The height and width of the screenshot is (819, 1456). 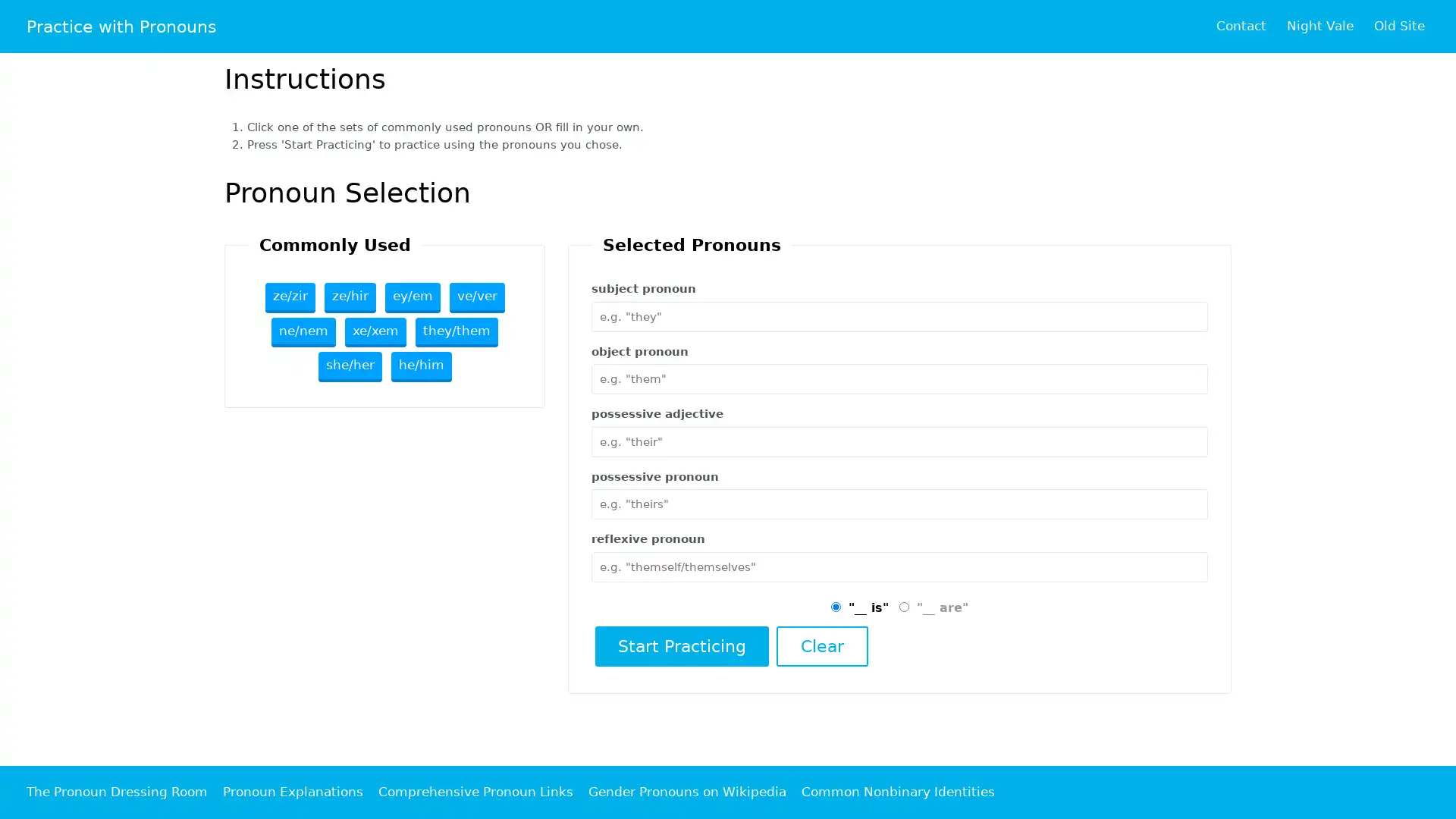 I want to click on ze/hir, so click(x=348, y=297).